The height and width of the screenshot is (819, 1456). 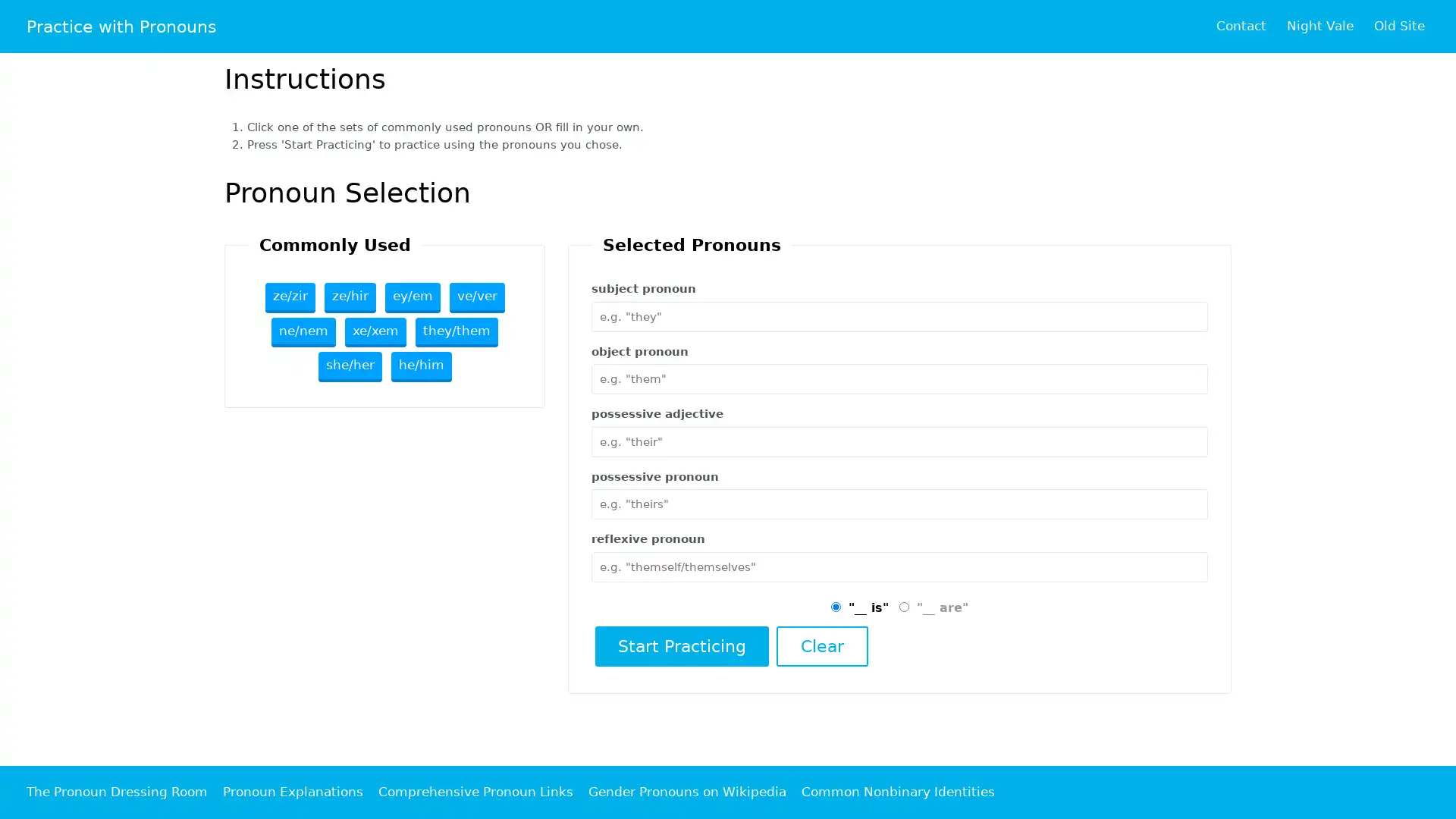 I want to click on ze/hir, so click(x=348, y=297).